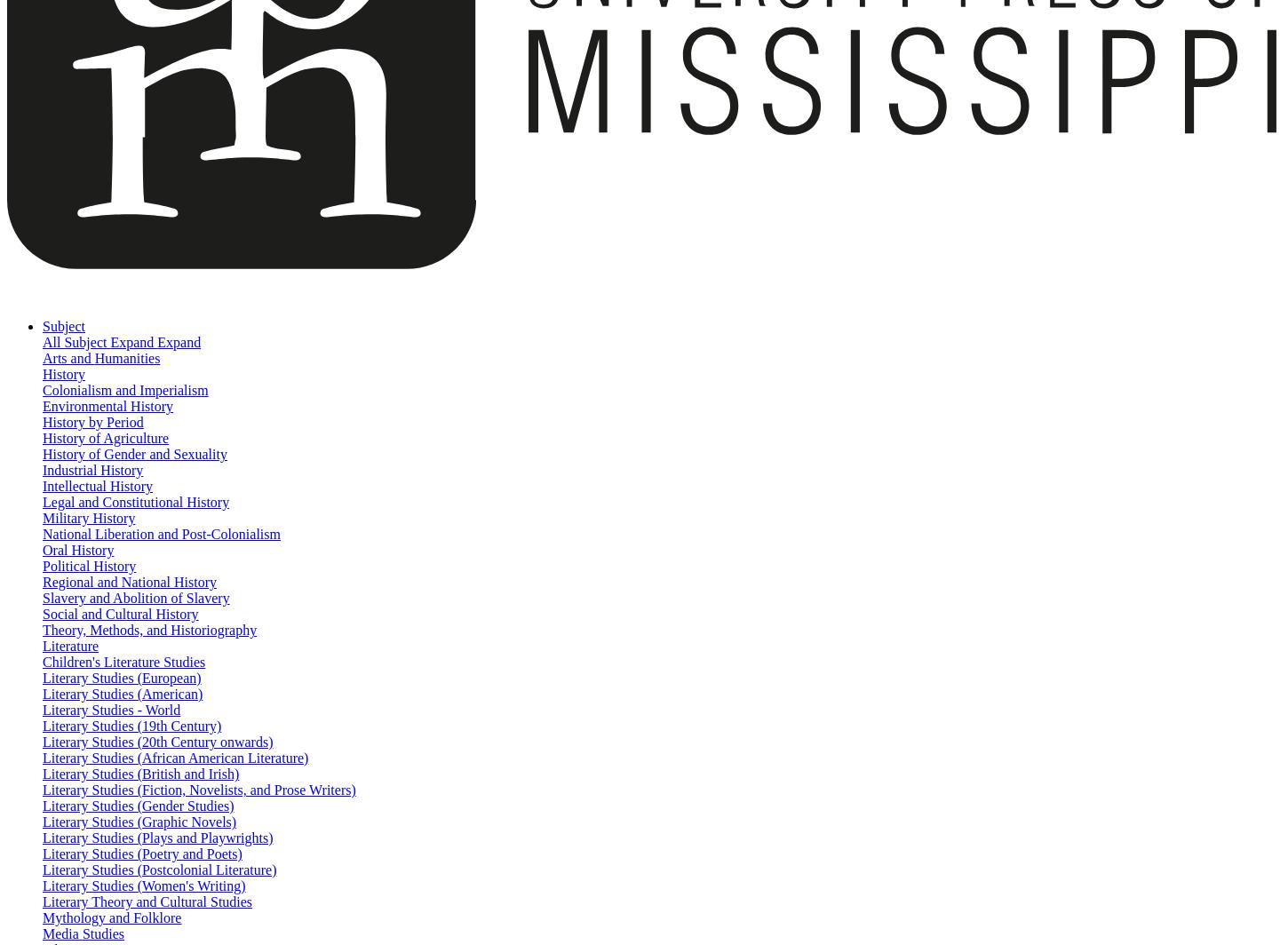  Describe the element at coordinates (139, 774) in the screenshot. I see `'Literary Studies (British and Irish)'` at that location.